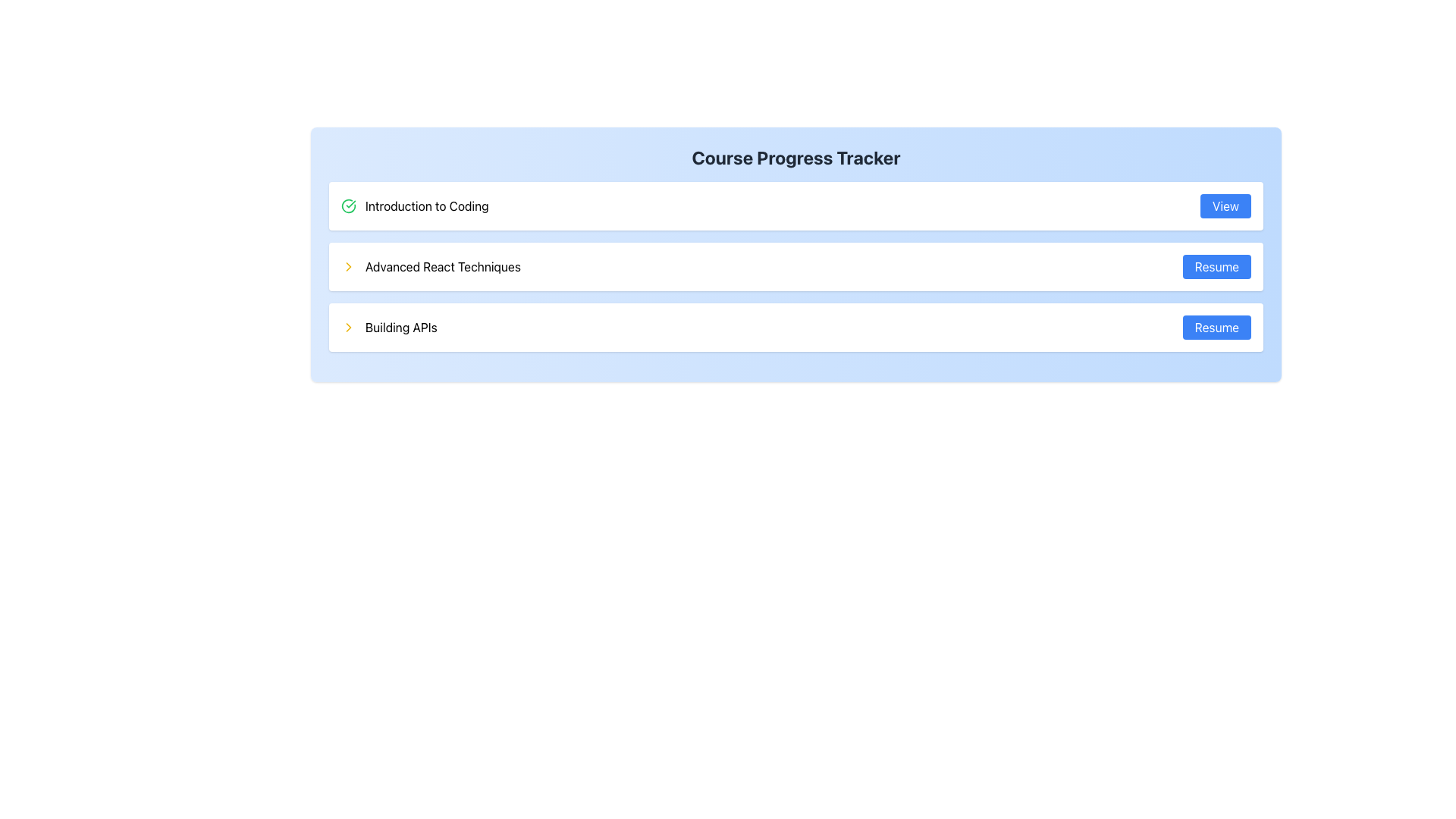 This screenshot has height=819, width=1456. What do you see at coordinates (1216, 327) in the screenshot?
I see `the 'Resume' button for the 'Building APIs' course located on the right side of the third row in the course progress list to change its color` at bounding box center [1216, 327].